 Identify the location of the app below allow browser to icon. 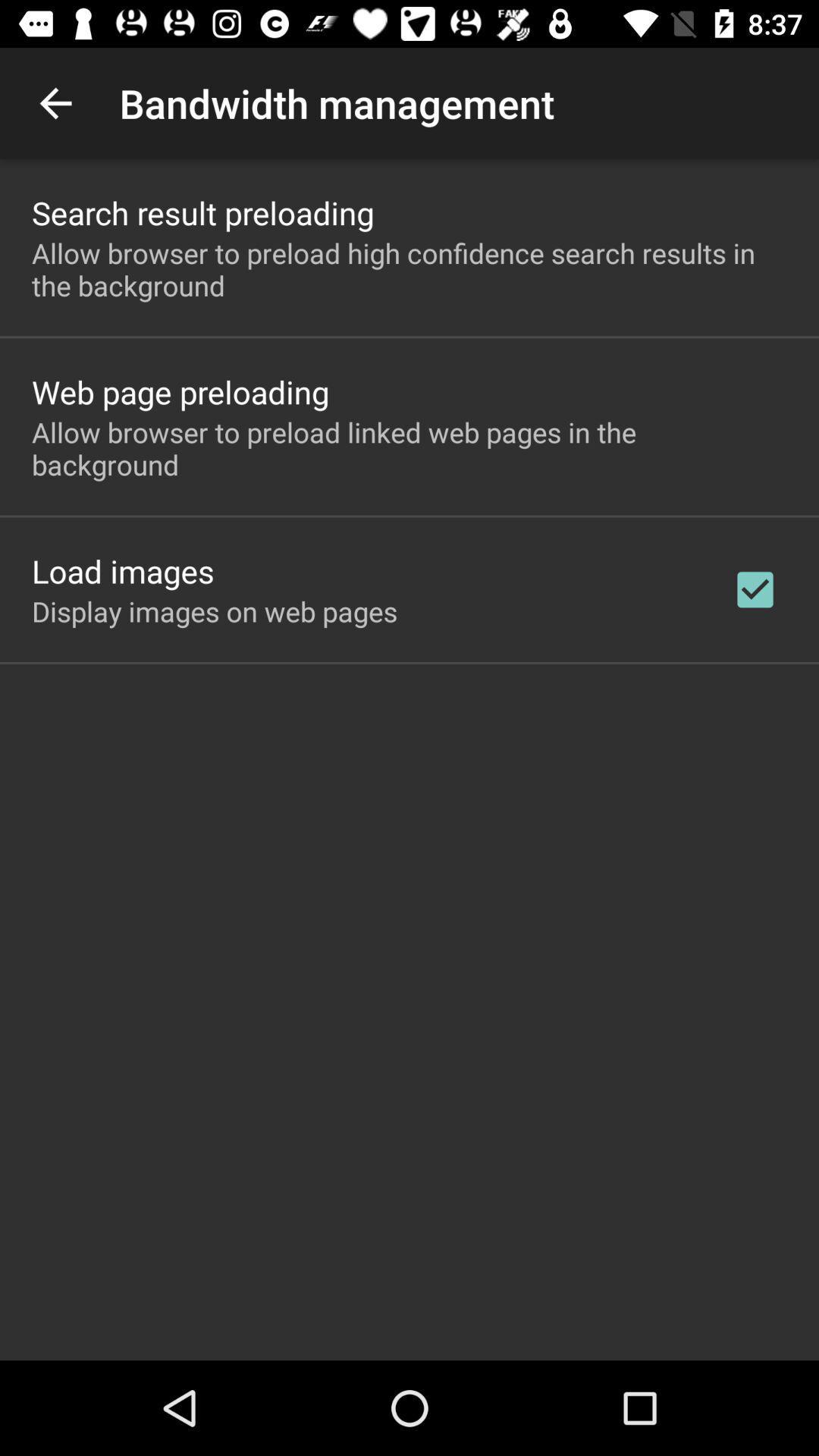
(755, 588).